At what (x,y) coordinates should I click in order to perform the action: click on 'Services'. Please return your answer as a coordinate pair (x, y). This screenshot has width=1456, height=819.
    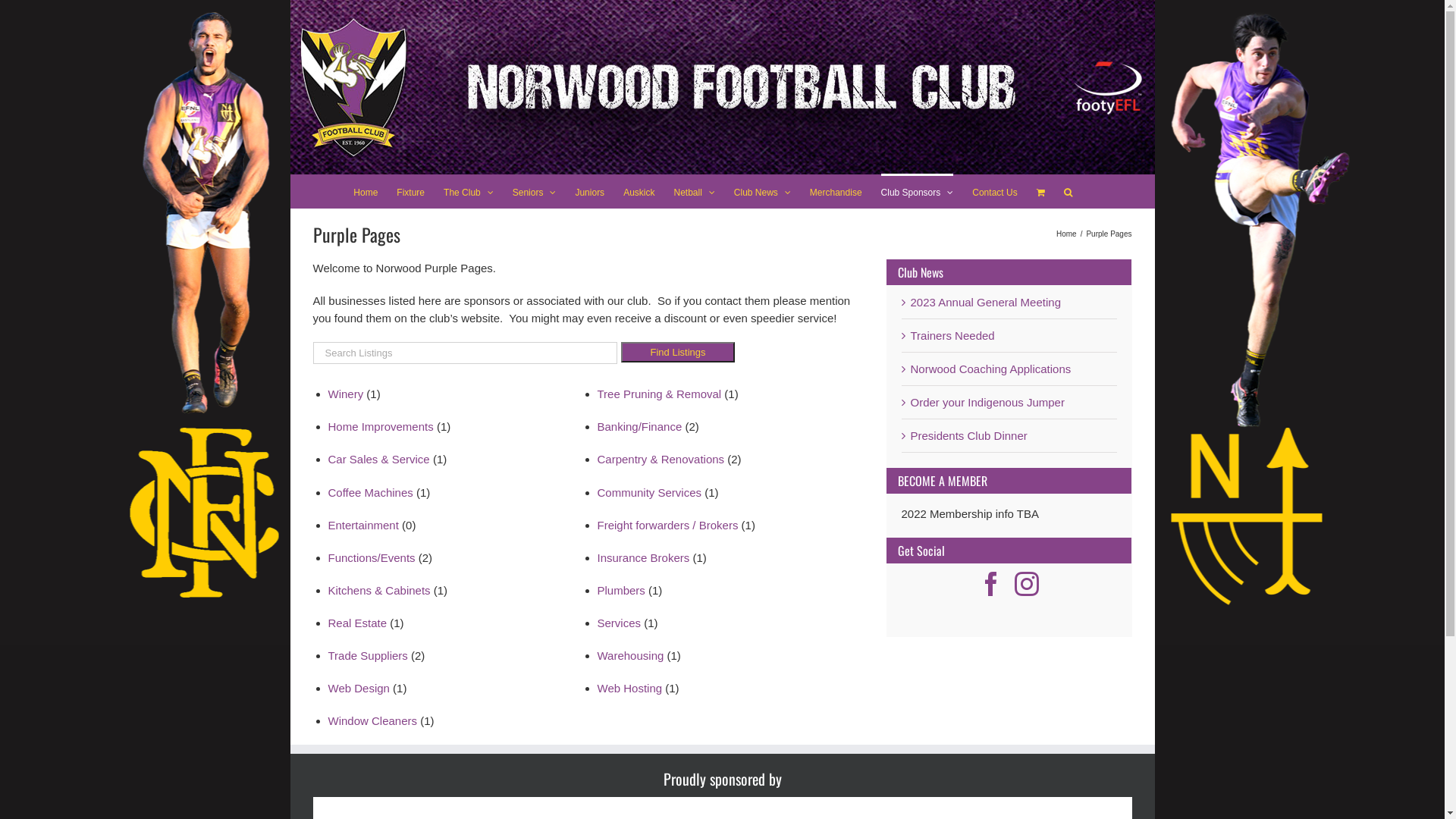
    Looking at the image, I should click on (619, 623).